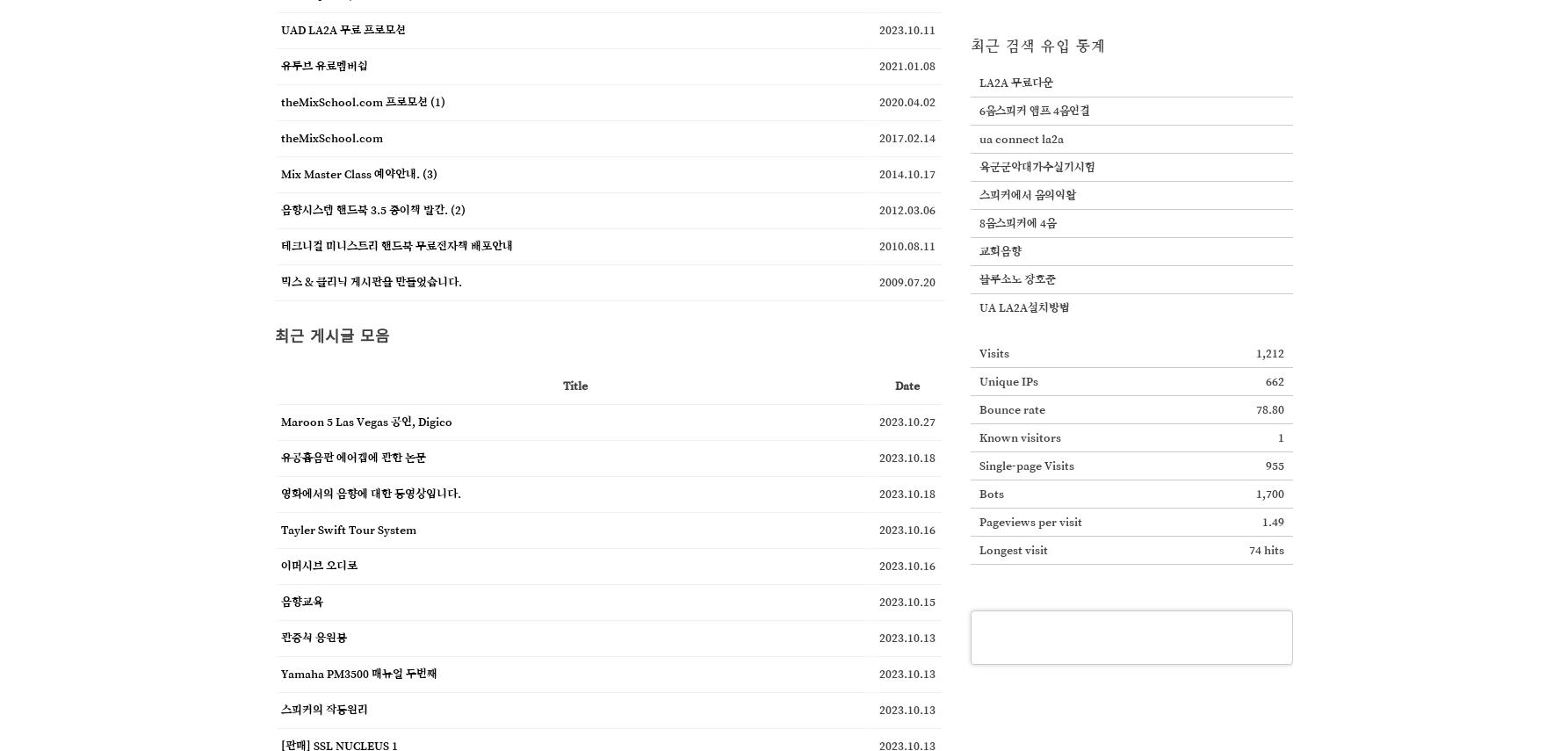 The height and width of the screenshot is (751, 1568). What do you see at coordinates (979, 82) in the screenshot?
I see `'LA2A 무료다운'` at bounding box center [979, 82].